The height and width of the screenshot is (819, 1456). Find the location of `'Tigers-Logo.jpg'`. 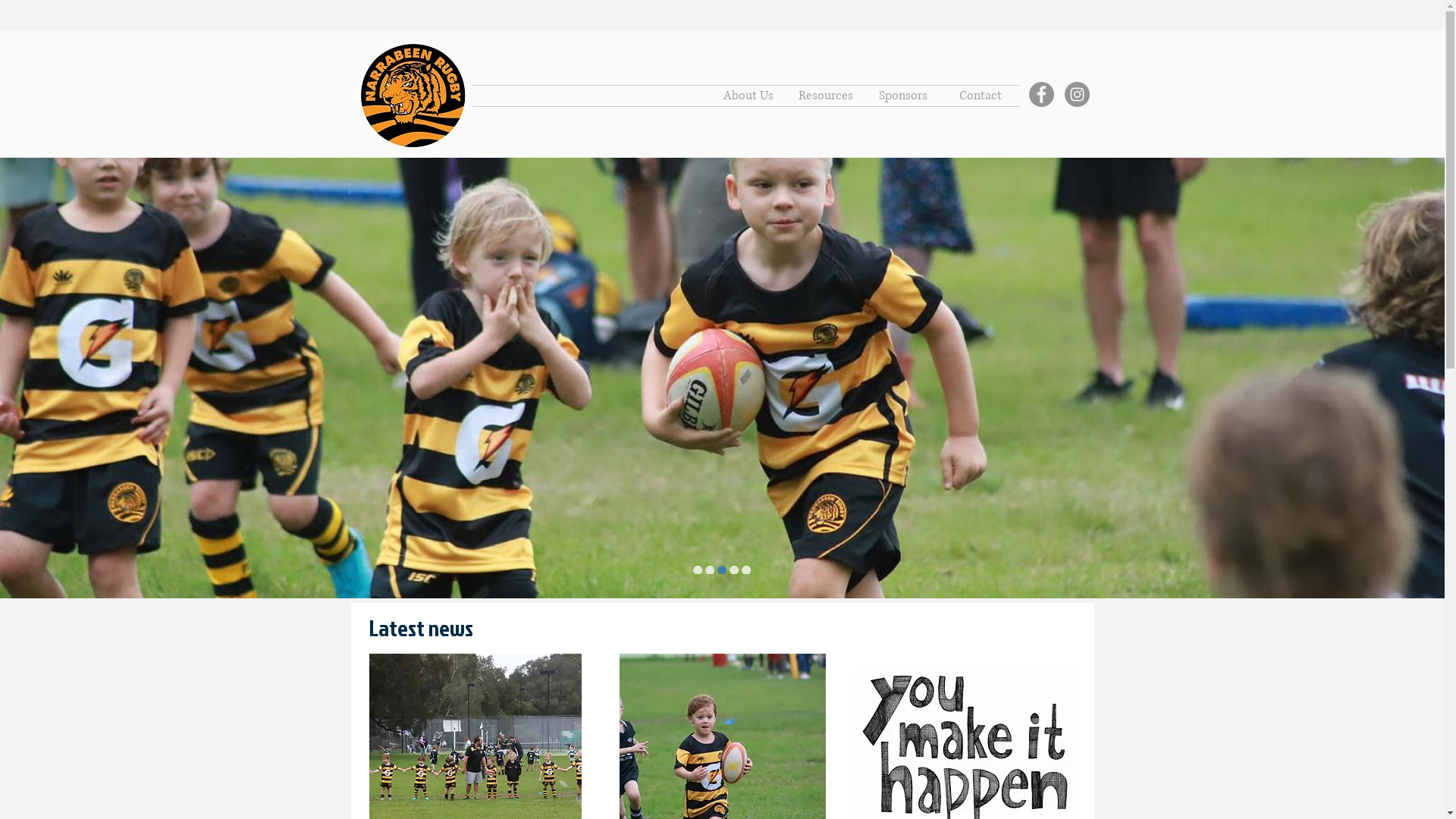

'Tigers-Logo.jpg' is located at coordinates (413, 96).